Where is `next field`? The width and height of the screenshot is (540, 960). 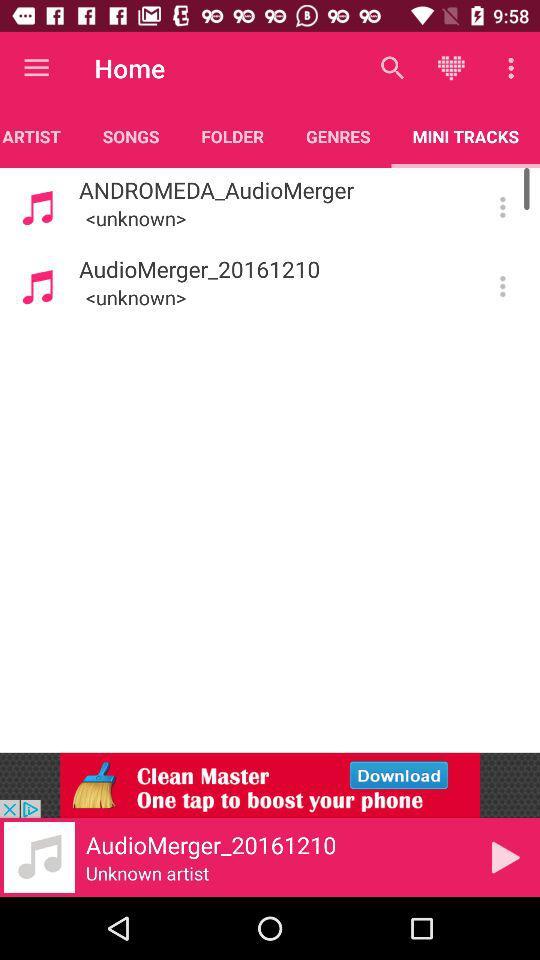 next field is located at coordinates (504, 856).